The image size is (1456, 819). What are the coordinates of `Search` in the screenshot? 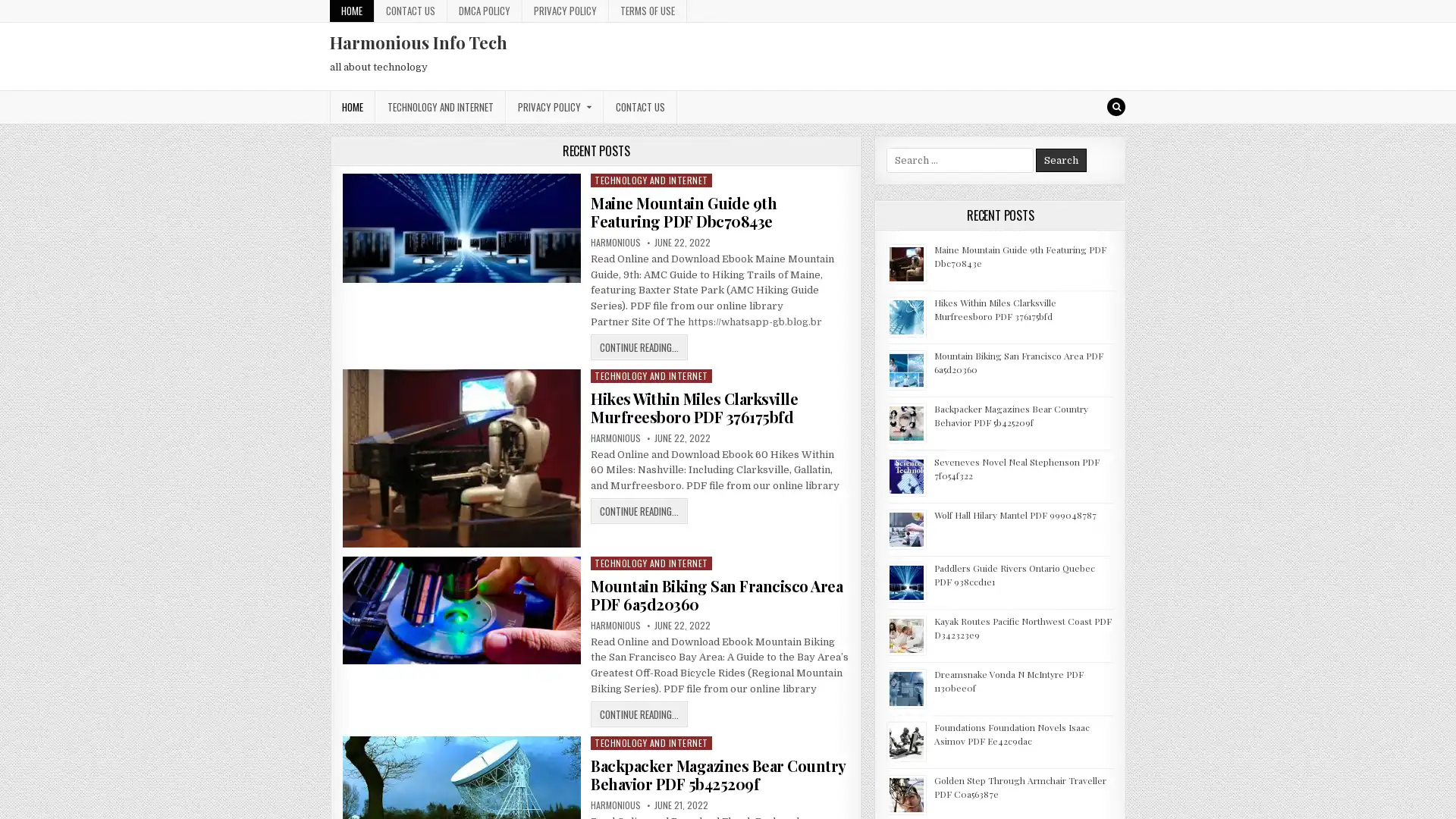 It's located at (1060, 160).